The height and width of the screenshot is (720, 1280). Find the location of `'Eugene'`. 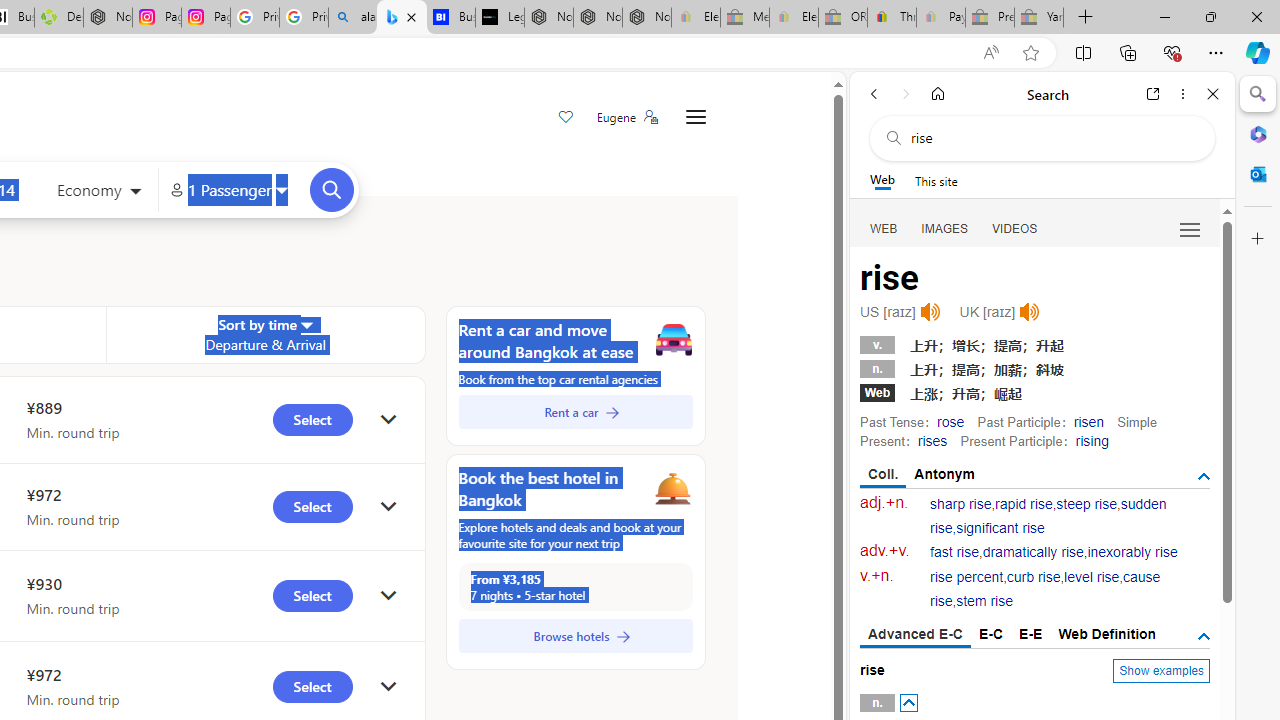

'Eugene' is located at coordinates (625, 117).